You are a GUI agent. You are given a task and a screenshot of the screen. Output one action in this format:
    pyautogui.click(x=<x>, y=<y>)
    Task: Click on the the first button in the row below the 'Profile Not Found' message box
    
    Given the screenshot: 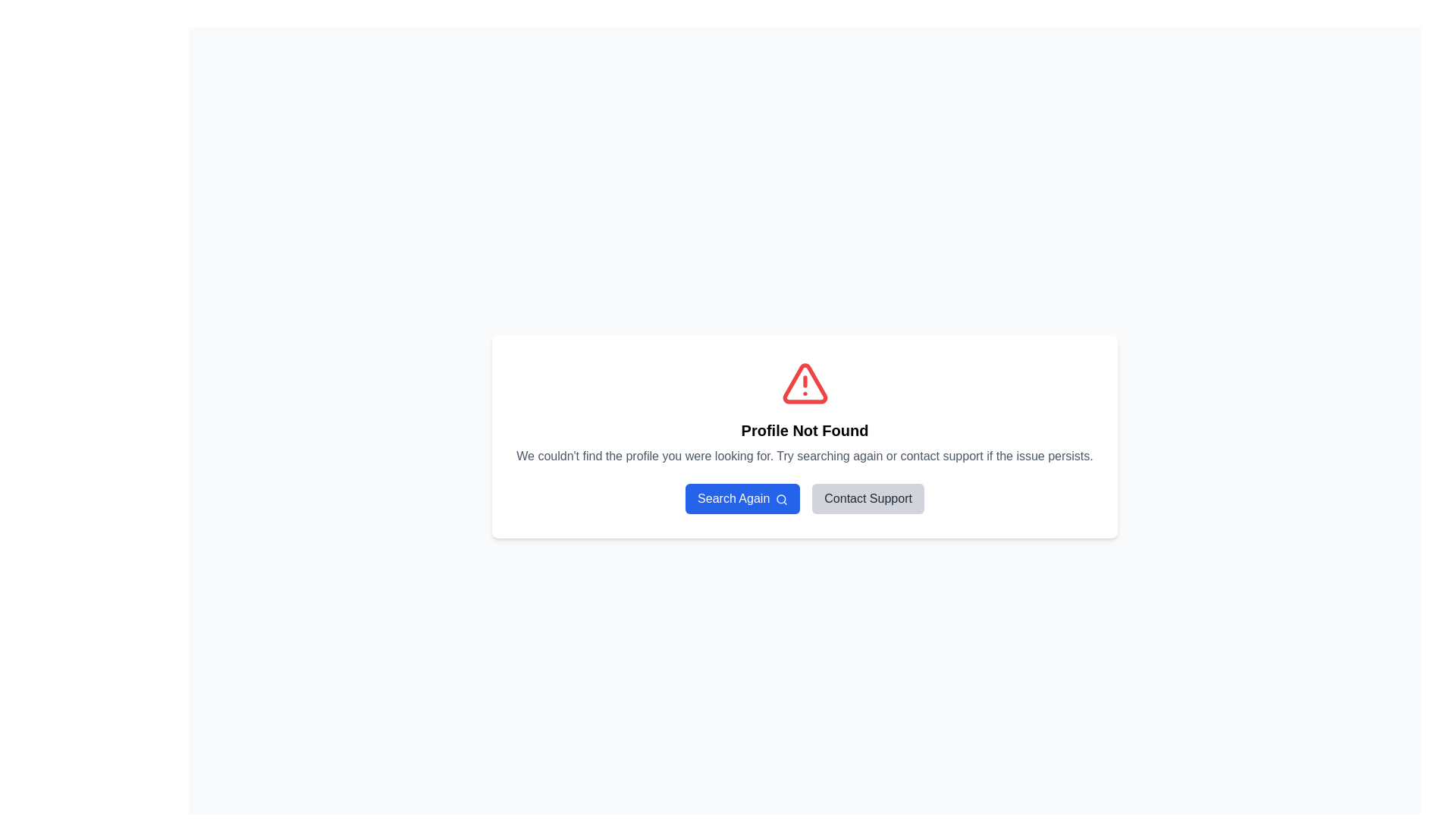 What is the action you would take?
    pyautogui.click(x=742, y=499)
    